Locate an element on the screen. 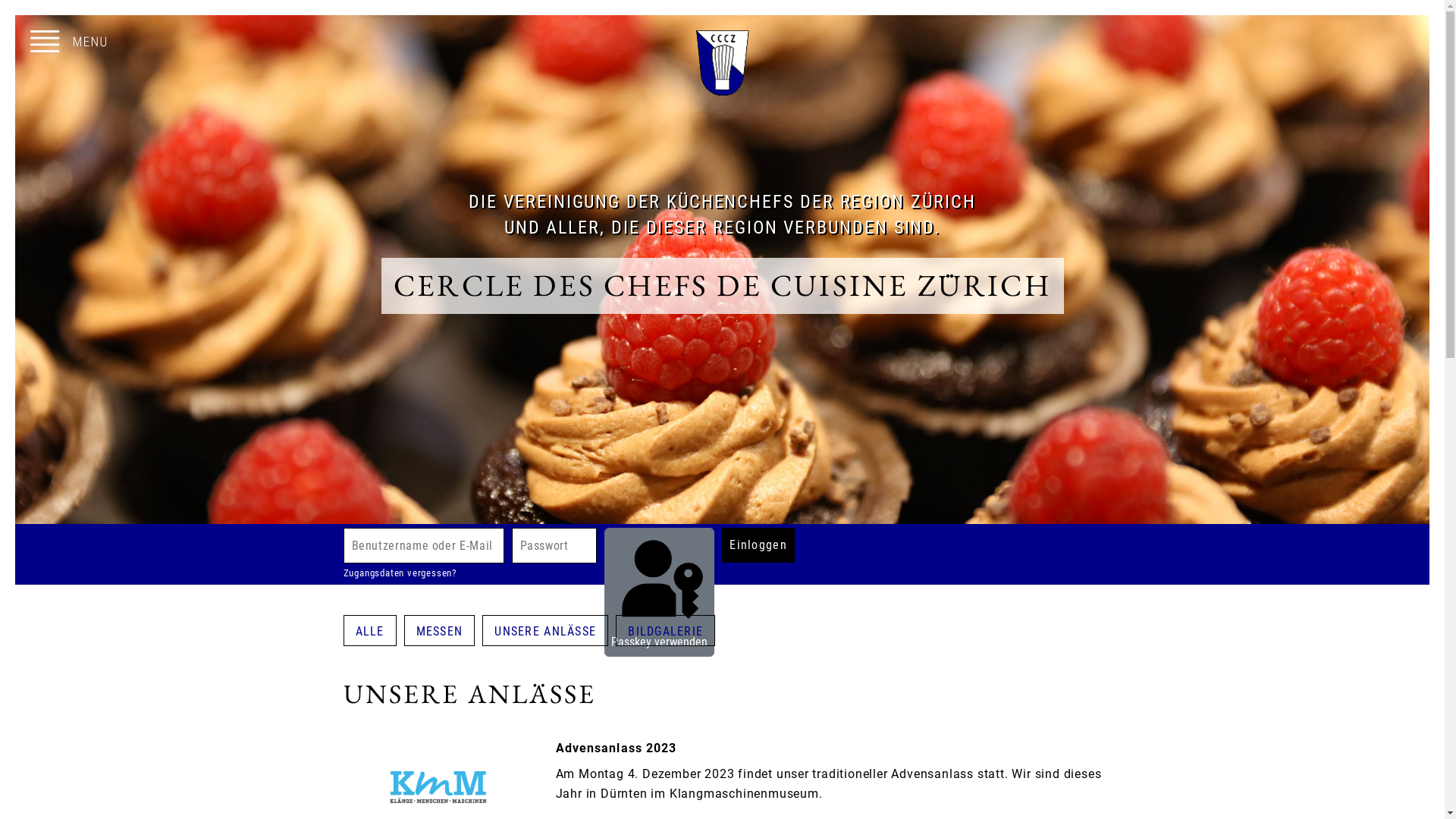  'BILDGALERIE' is located at coordinates (665, 630).